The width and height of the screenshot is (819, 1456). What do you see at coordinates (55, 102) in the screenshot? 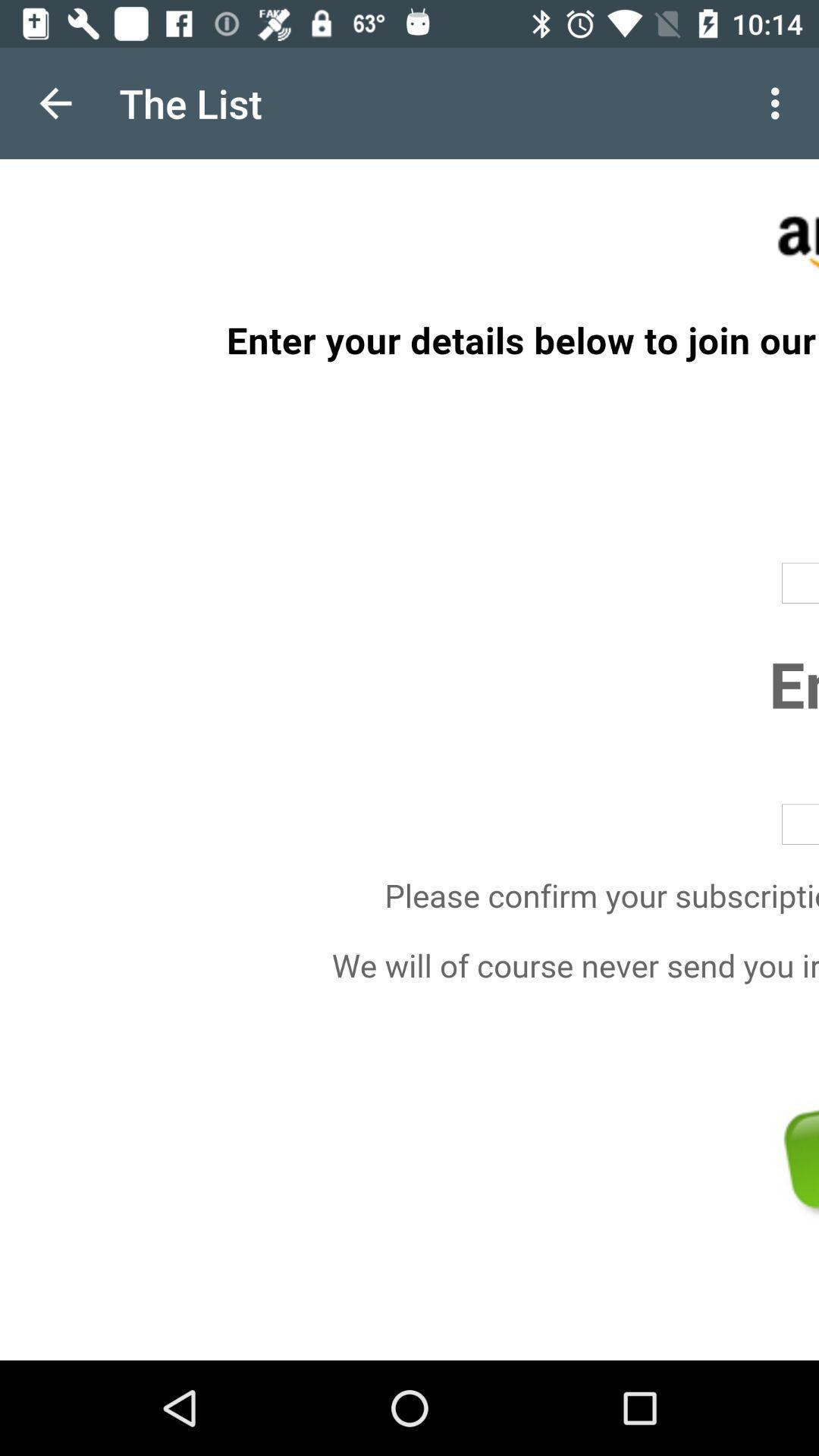
I see `the item next to the the list icon` at bounding box center [55, 102].